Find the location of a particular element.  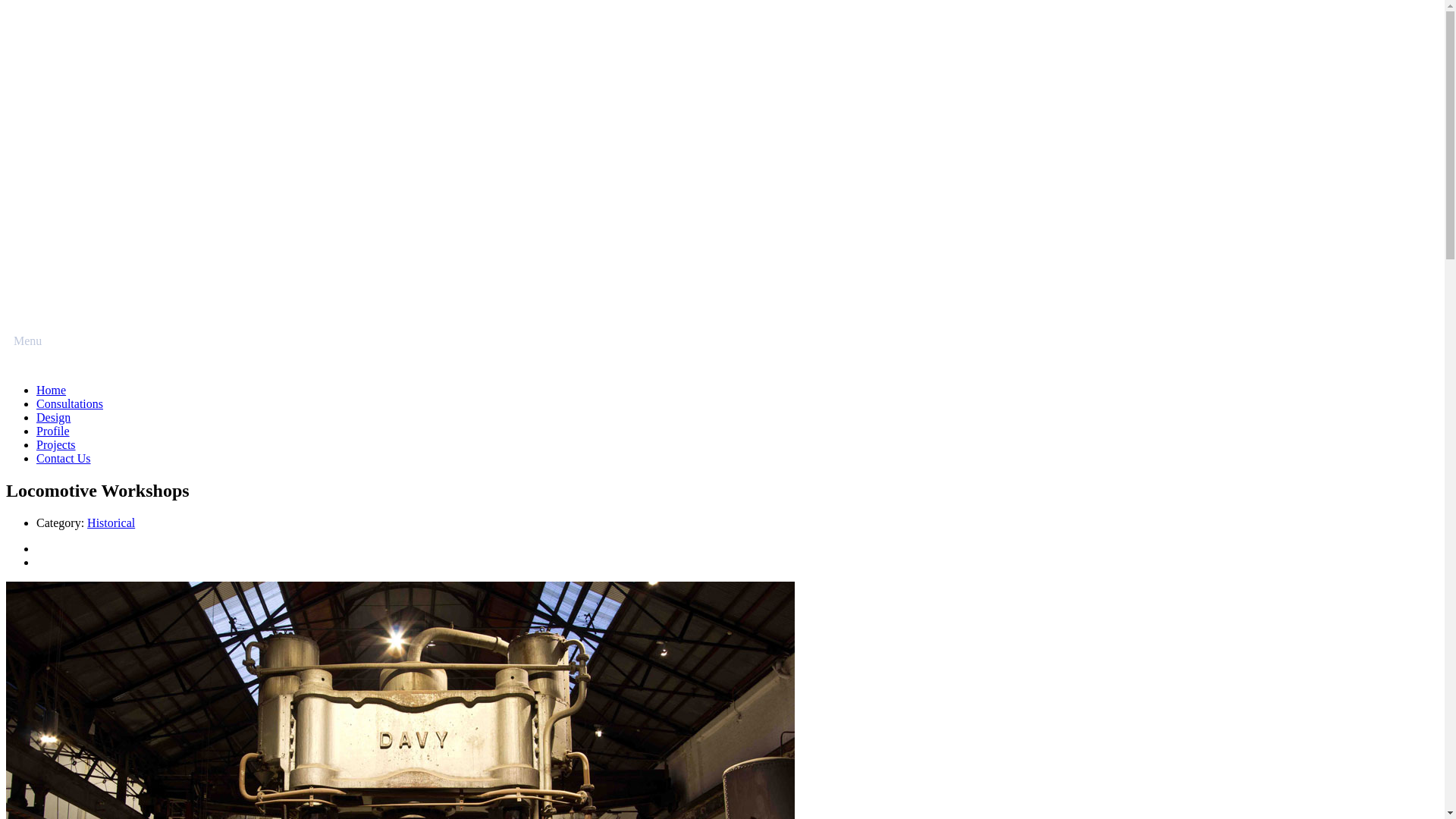

'Contact Us' is located at coordinates (62, 457).